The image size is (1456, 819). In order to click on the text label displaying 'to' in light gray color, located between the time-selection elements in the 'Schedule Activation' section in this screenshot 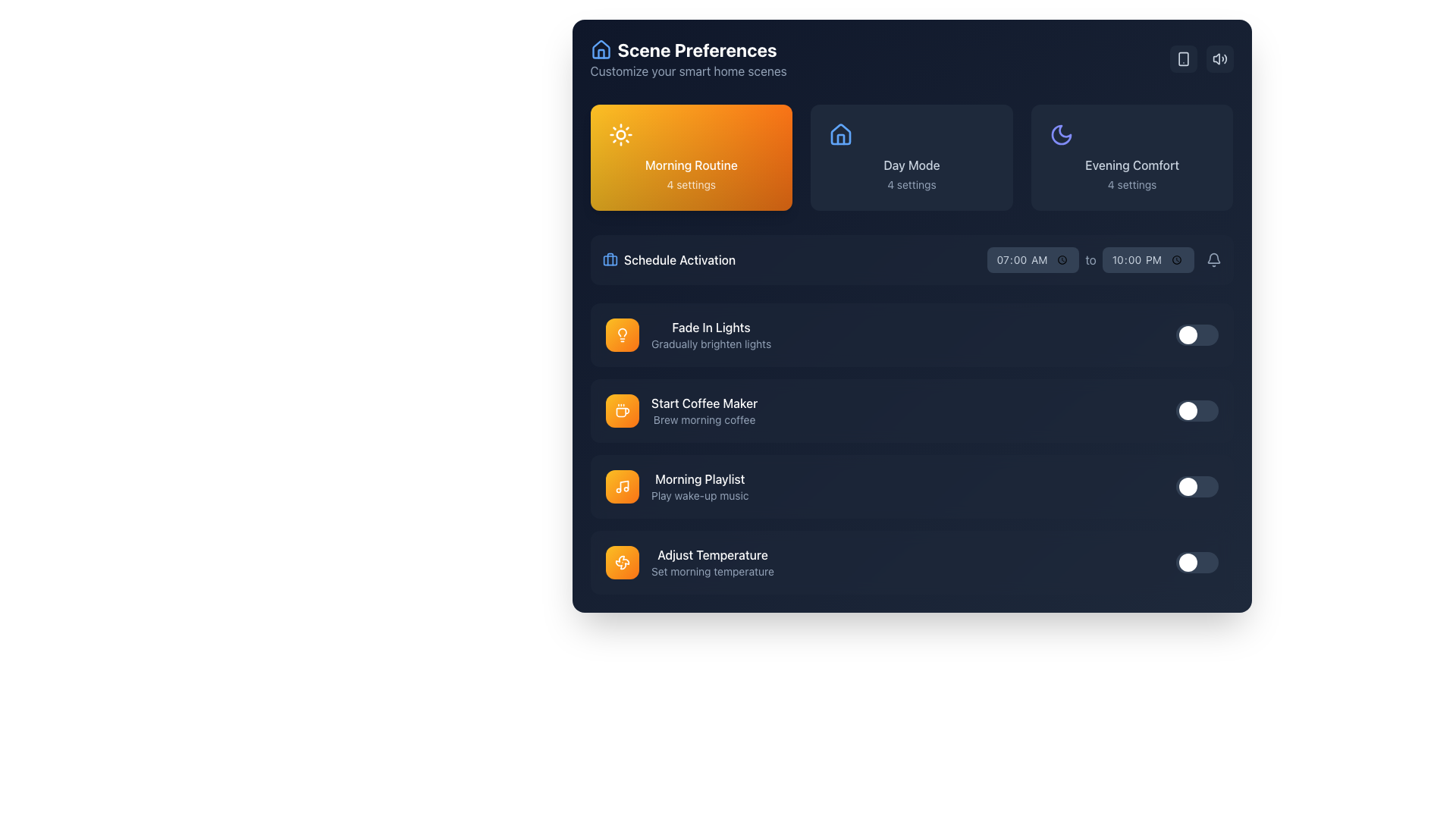, I will do `click(1090, 259)`.